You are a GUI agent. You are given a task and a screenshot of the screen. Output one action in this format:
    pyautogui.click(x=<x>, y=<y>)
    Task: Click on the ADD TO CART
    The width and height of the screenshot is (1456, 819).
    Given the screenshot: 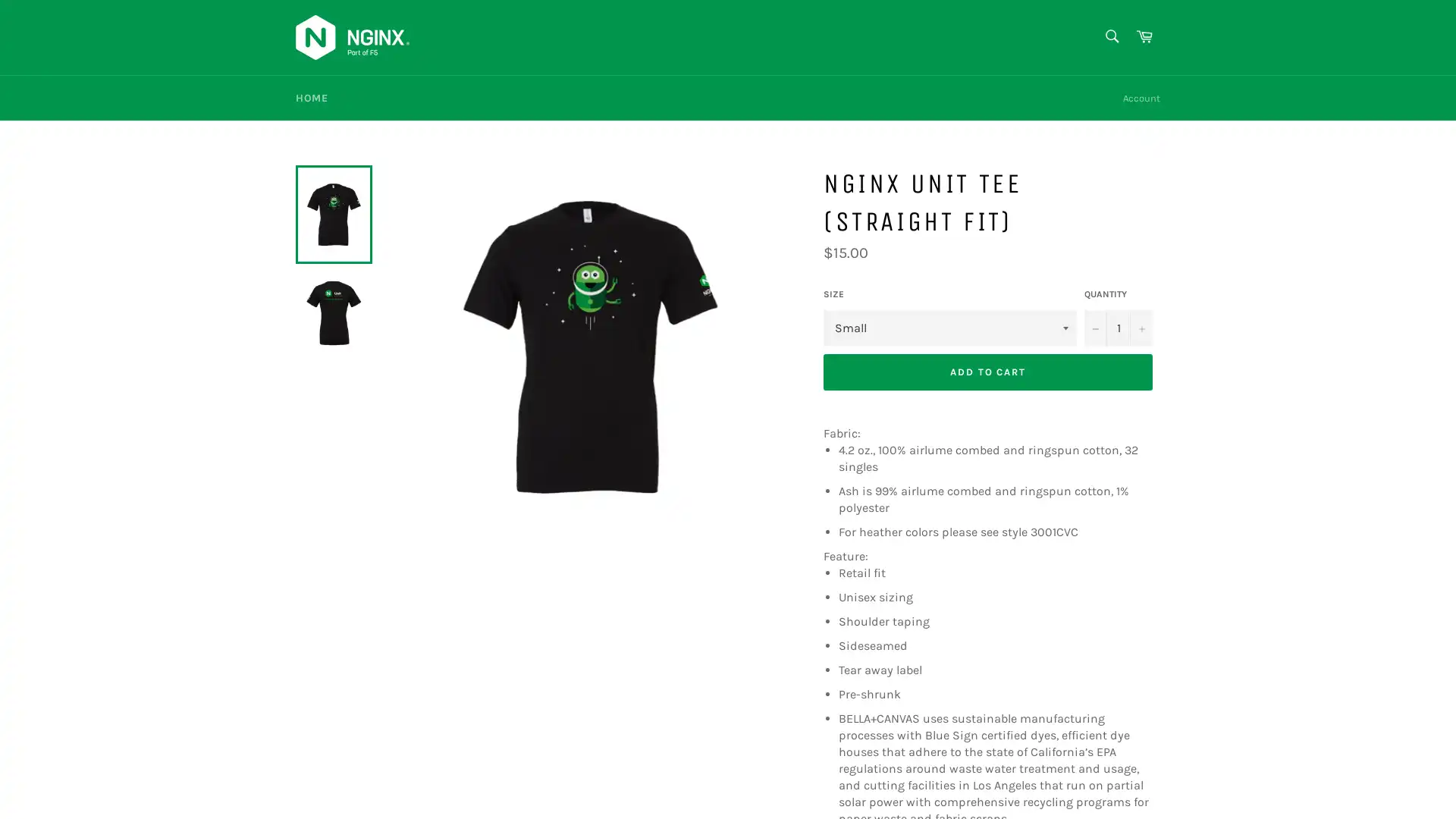 What is the action you would take?
    pyautogui.click(x=987, y=372)
    